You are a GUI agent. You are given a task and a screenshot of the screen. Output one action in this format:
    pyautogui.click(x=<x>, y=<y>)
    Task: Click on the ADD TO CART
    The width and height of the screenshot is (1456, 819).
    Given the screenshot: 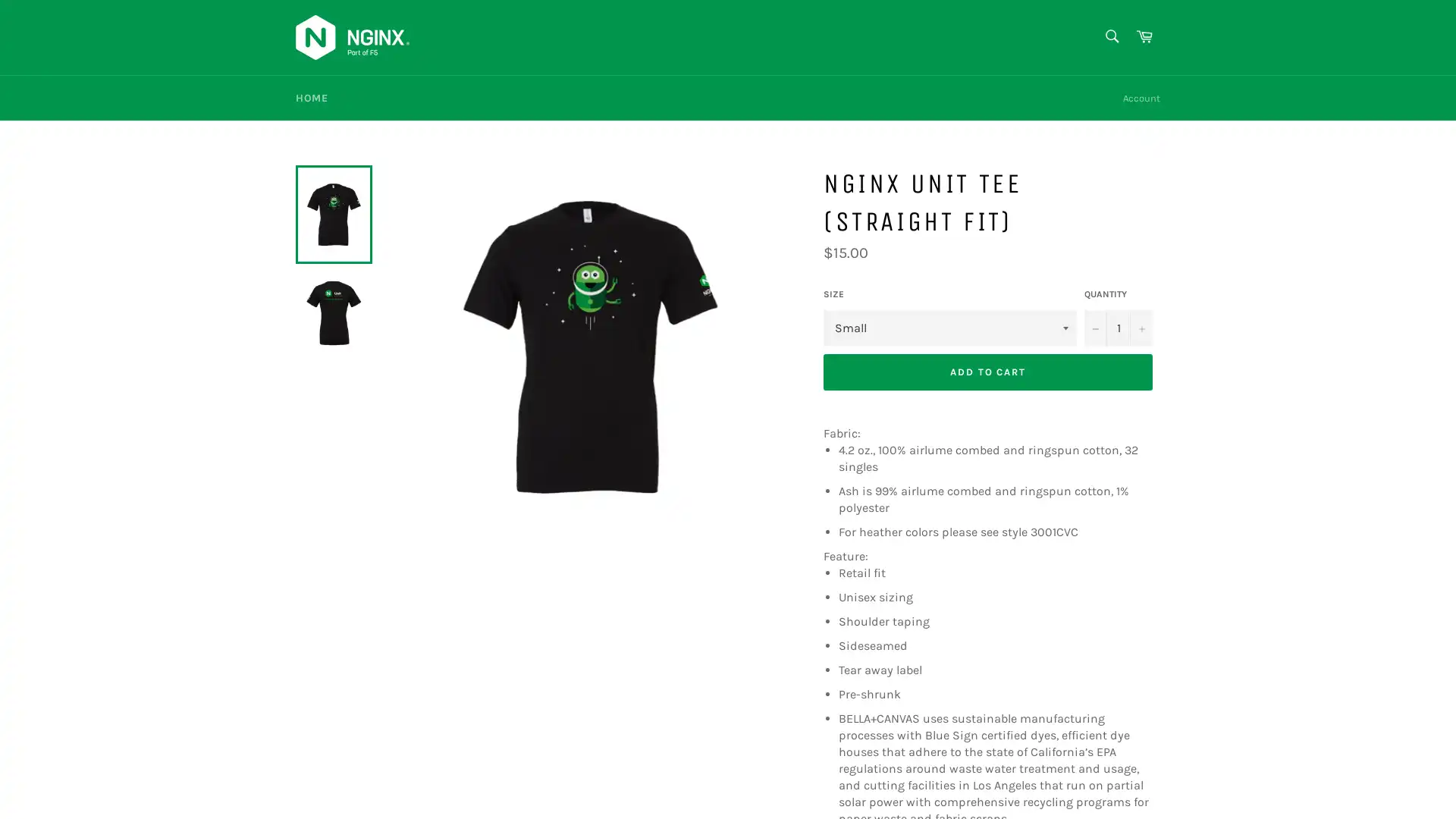 What is the action you would take?
    pyautogui.click(x=987, y=372)
    